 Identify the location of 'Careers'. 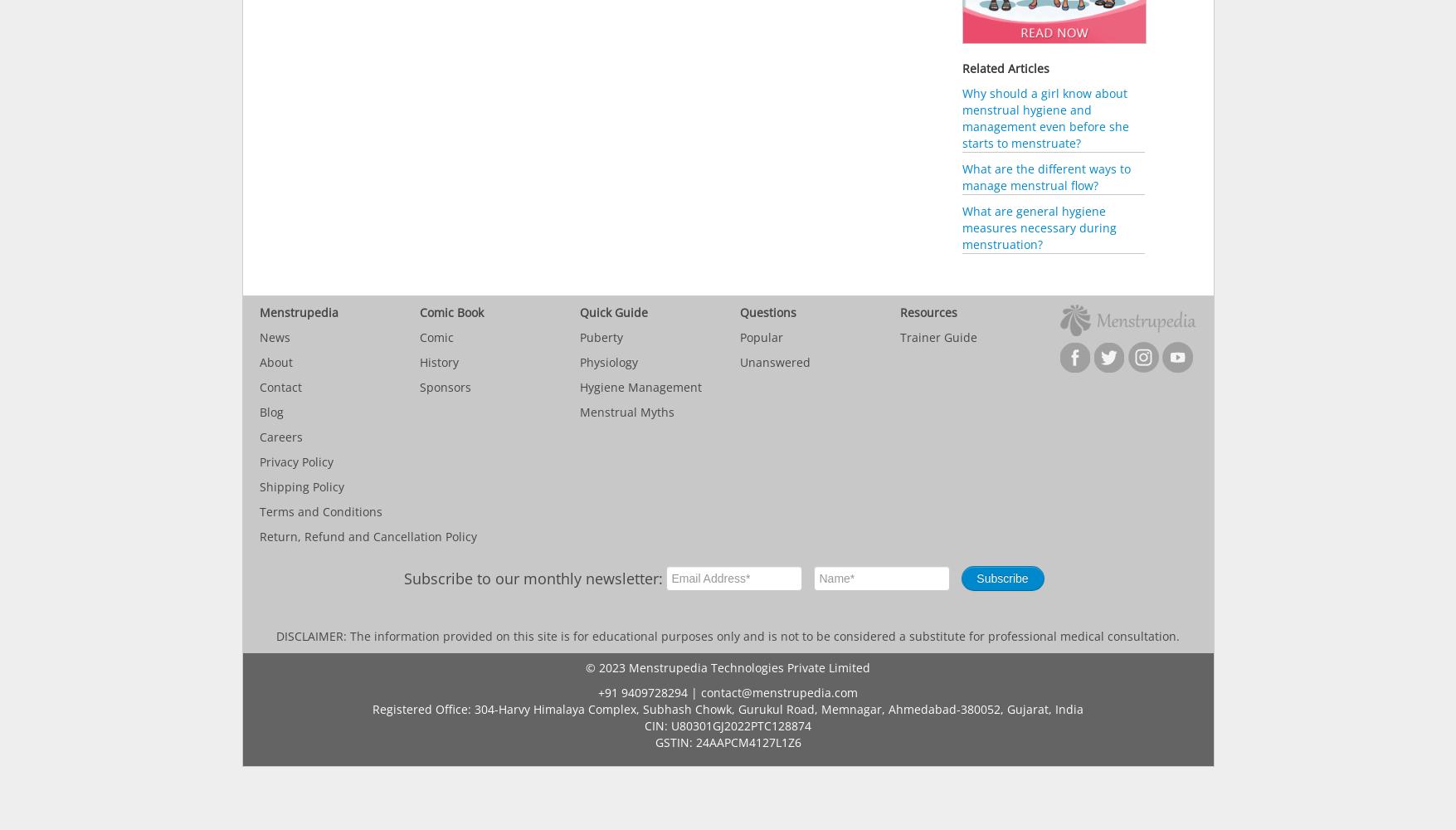
(280, 437).